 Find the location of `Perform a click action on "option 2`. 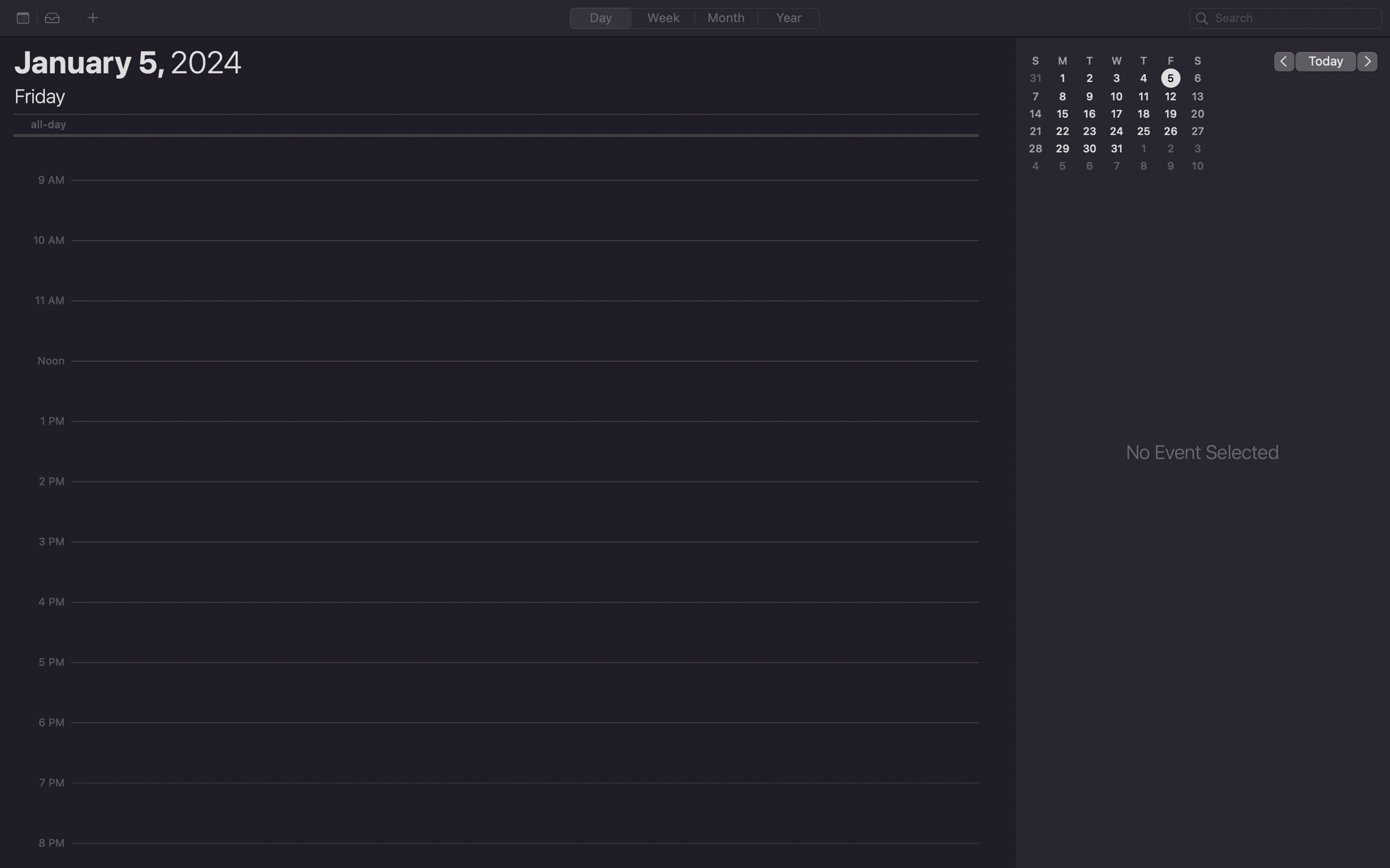

Perform a click action on "option 2 is located at coordinates (52, 18).